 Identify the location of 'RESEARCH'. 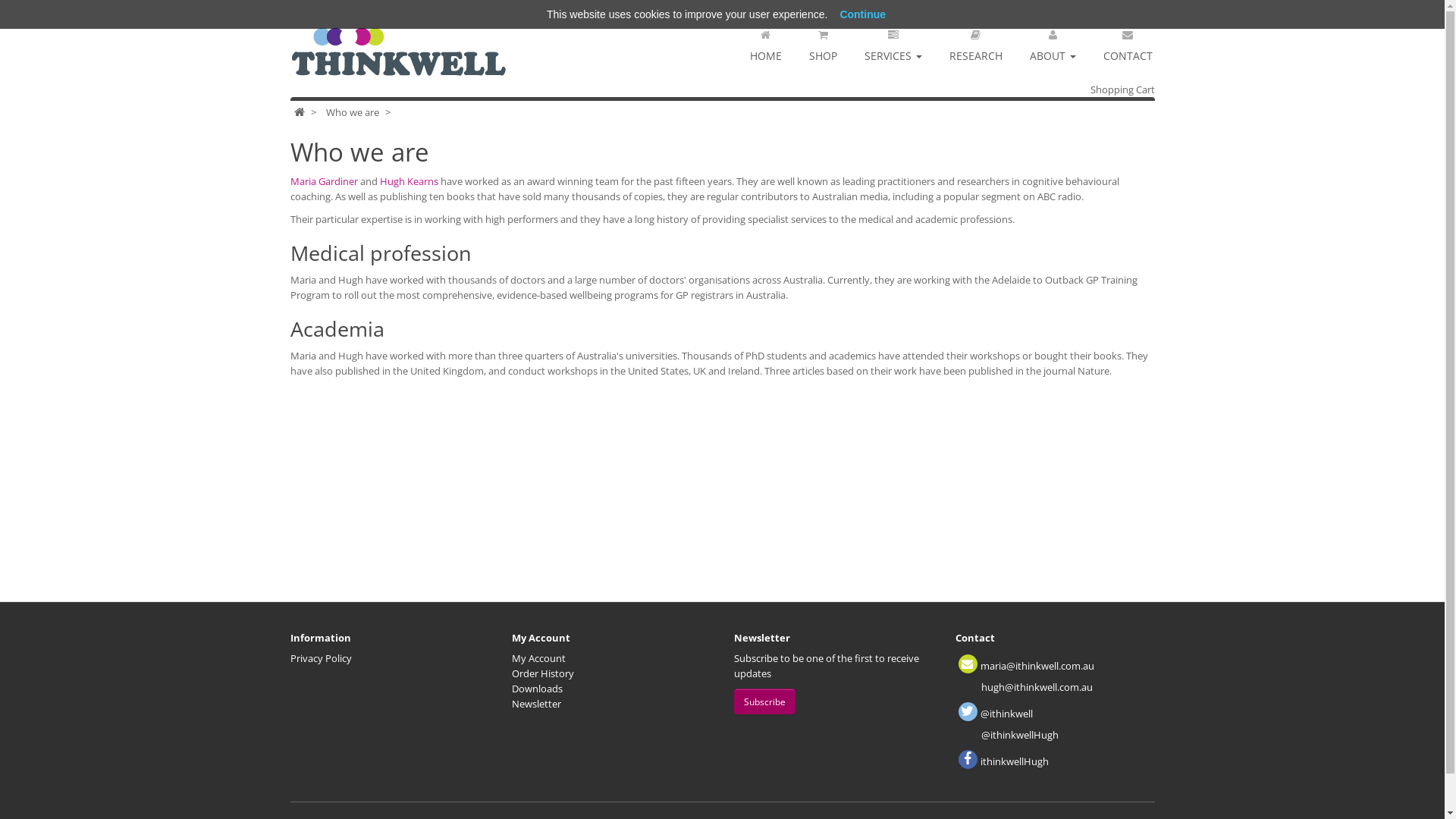
(975, 40).